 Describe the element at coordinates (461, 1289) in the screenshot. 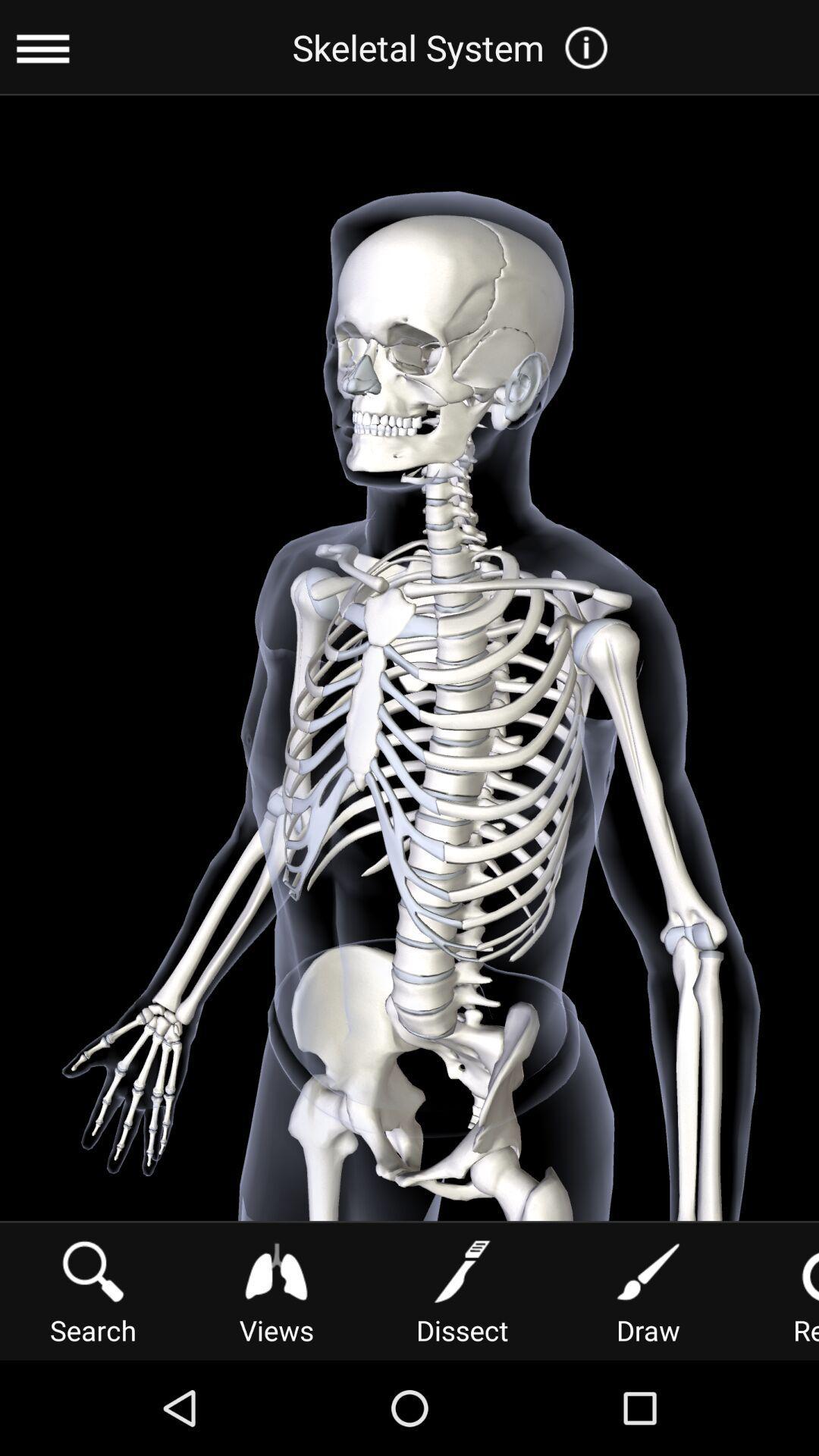

I see `dissect` at that location.